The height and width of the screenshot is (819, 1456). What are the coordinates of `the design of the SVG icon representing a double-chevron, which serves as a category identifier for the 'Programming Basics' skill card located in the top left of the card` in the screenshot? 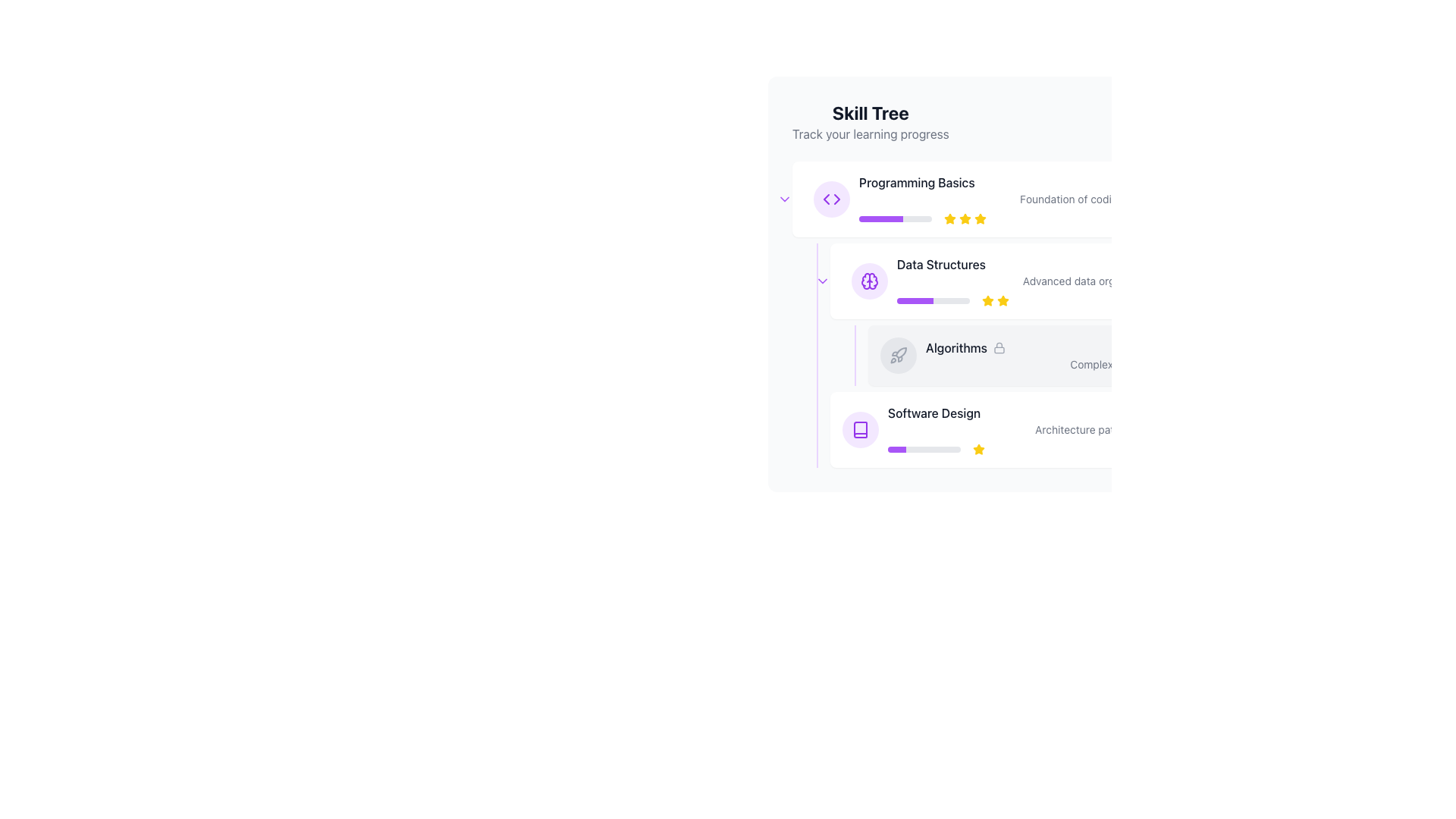 It's located at (831, 198).